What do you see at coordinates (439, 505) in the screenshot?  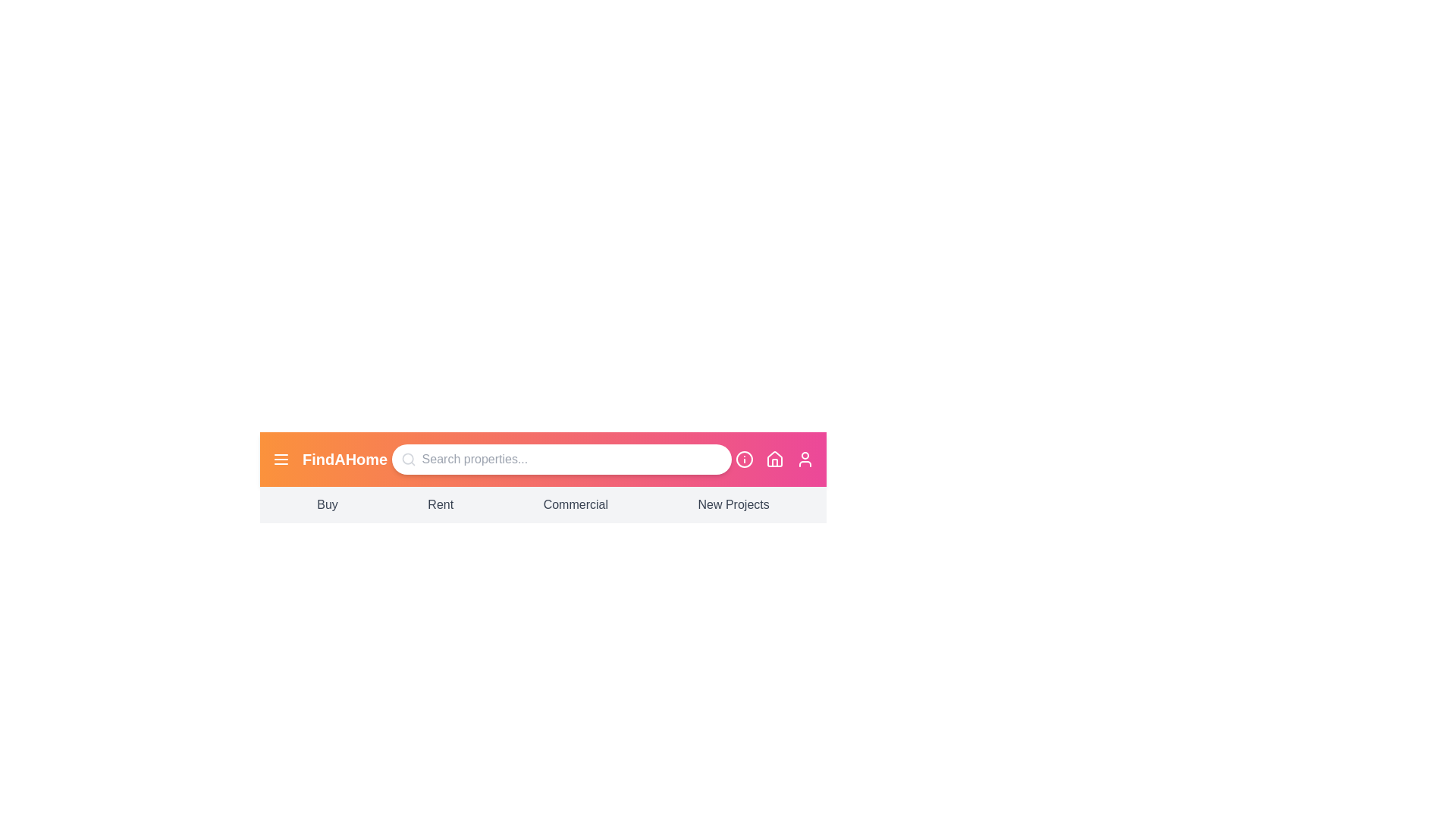 I see `the property category Rent by clicking on its respective label` at bounding box center [439, 505].